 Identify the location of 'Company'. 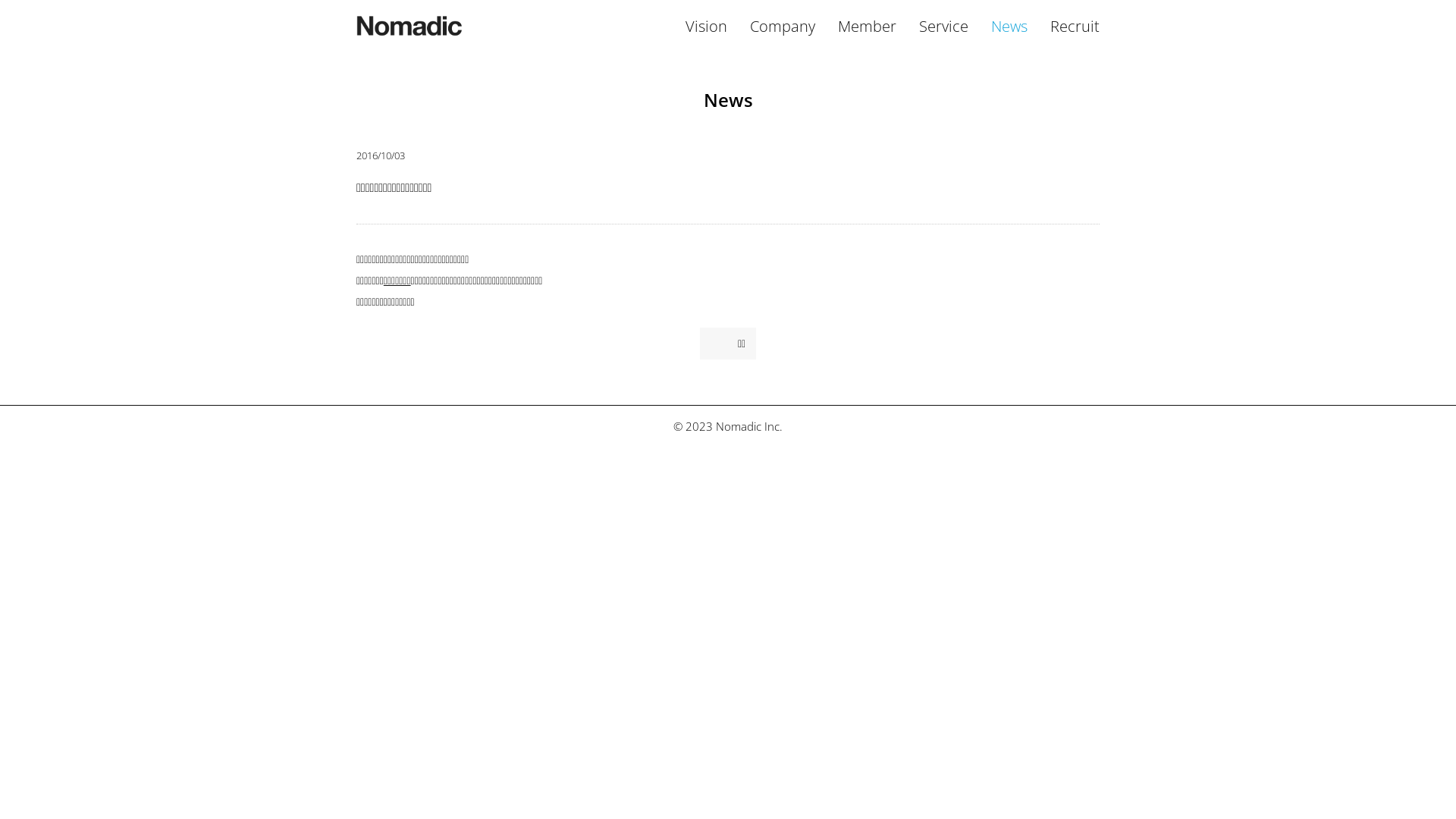
(783, 26).